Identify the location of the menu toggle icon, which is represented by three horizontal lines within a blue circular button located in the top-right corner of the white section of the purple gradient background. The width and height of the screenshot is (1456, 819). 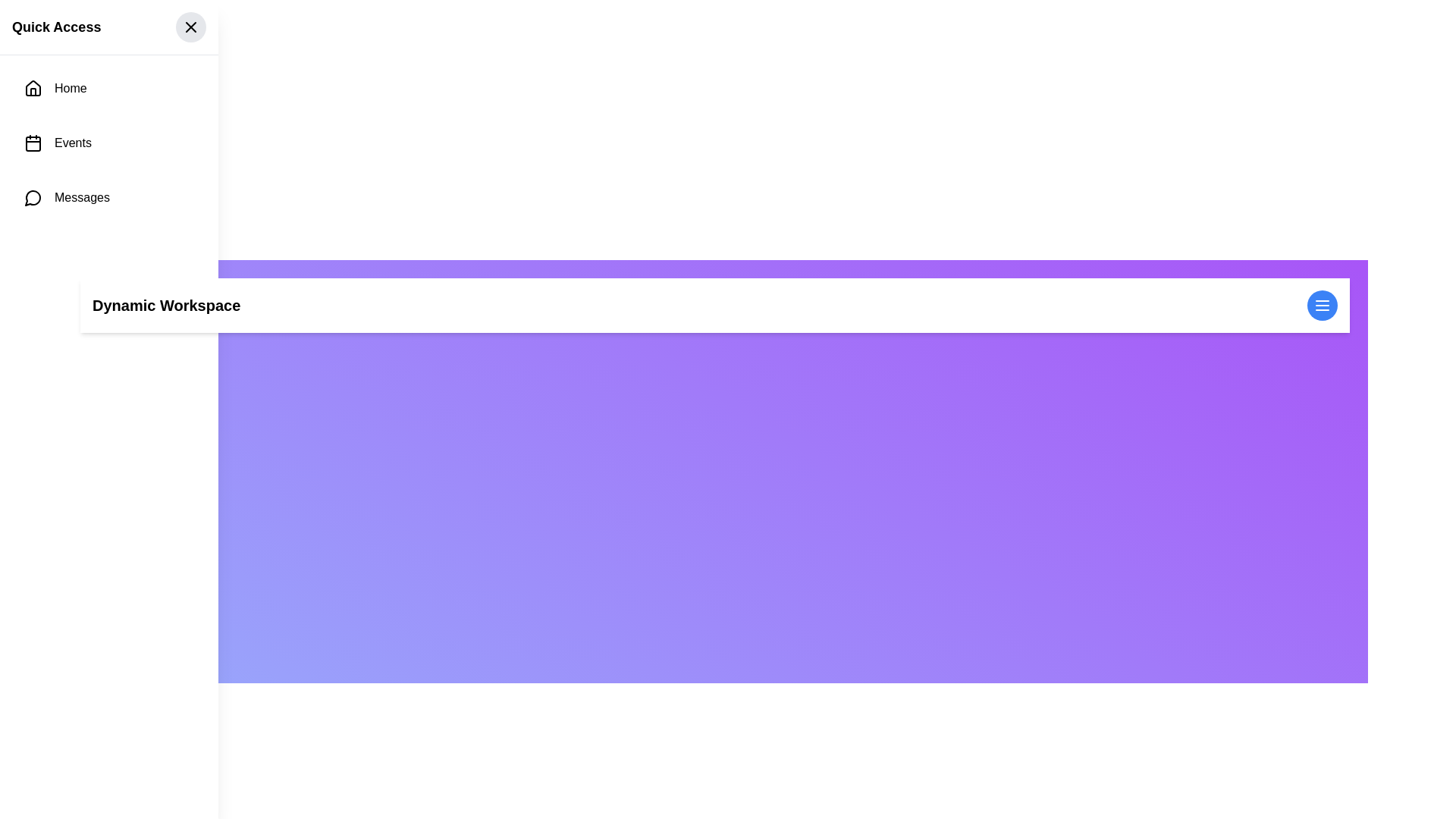
(1321, 305).